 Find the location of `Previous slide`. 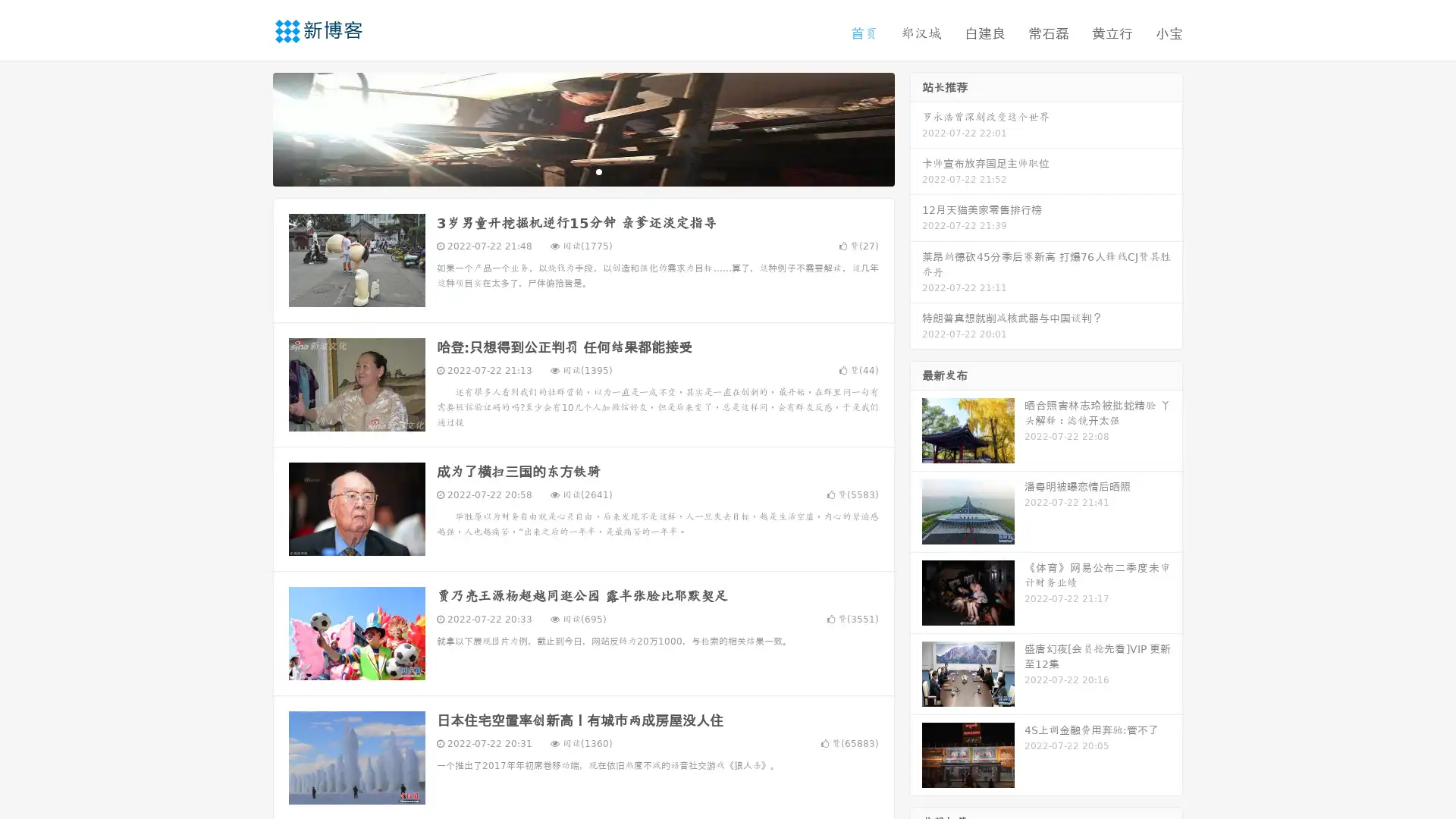

Previous slide is located at coordinates (250, 127).